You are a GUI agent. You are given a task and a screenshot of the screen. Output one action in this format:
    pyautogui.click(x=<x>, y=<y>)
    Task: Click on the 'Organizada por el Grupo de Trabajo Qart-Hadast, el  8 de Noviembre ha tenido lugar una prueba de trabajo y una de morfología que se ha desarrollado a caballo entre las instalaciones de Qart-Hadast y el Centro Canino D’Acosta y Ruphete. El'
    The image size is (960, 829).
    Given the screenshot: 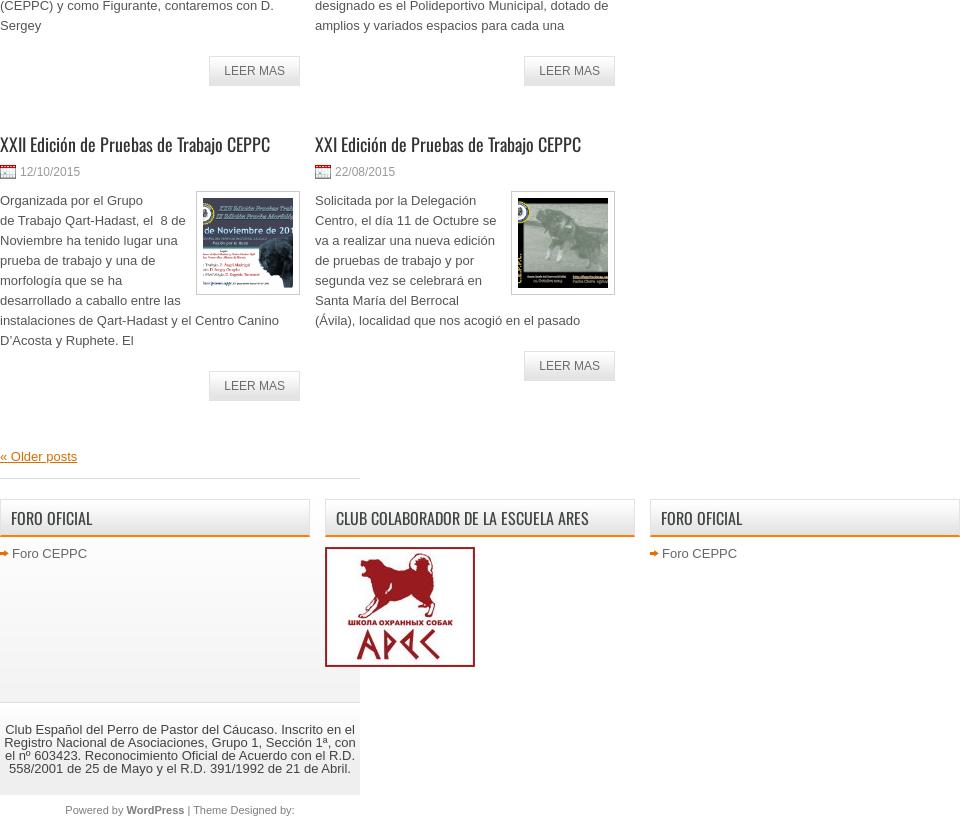 What is the action you would take?
    pyautogui.click(x=138, y=269)
    